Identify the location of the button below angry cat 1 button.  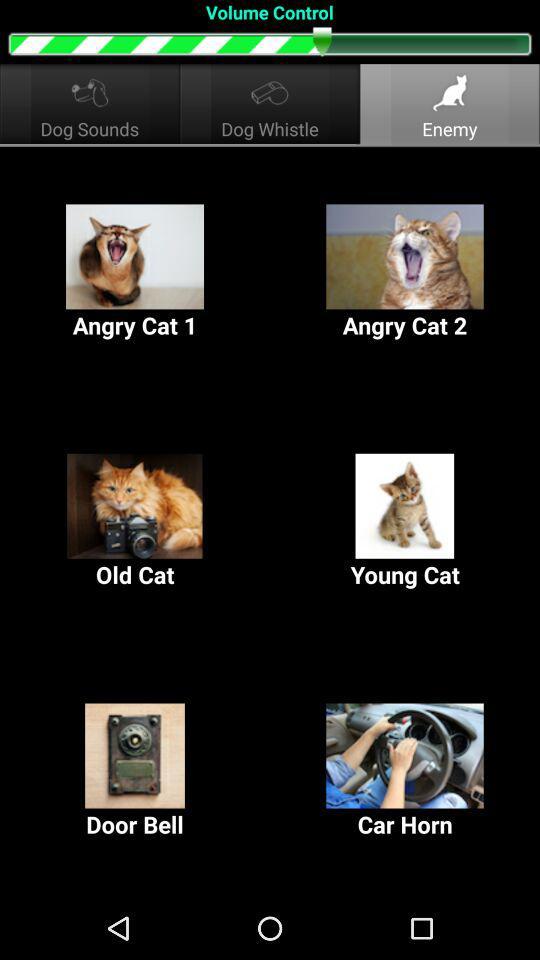
(135, 521).